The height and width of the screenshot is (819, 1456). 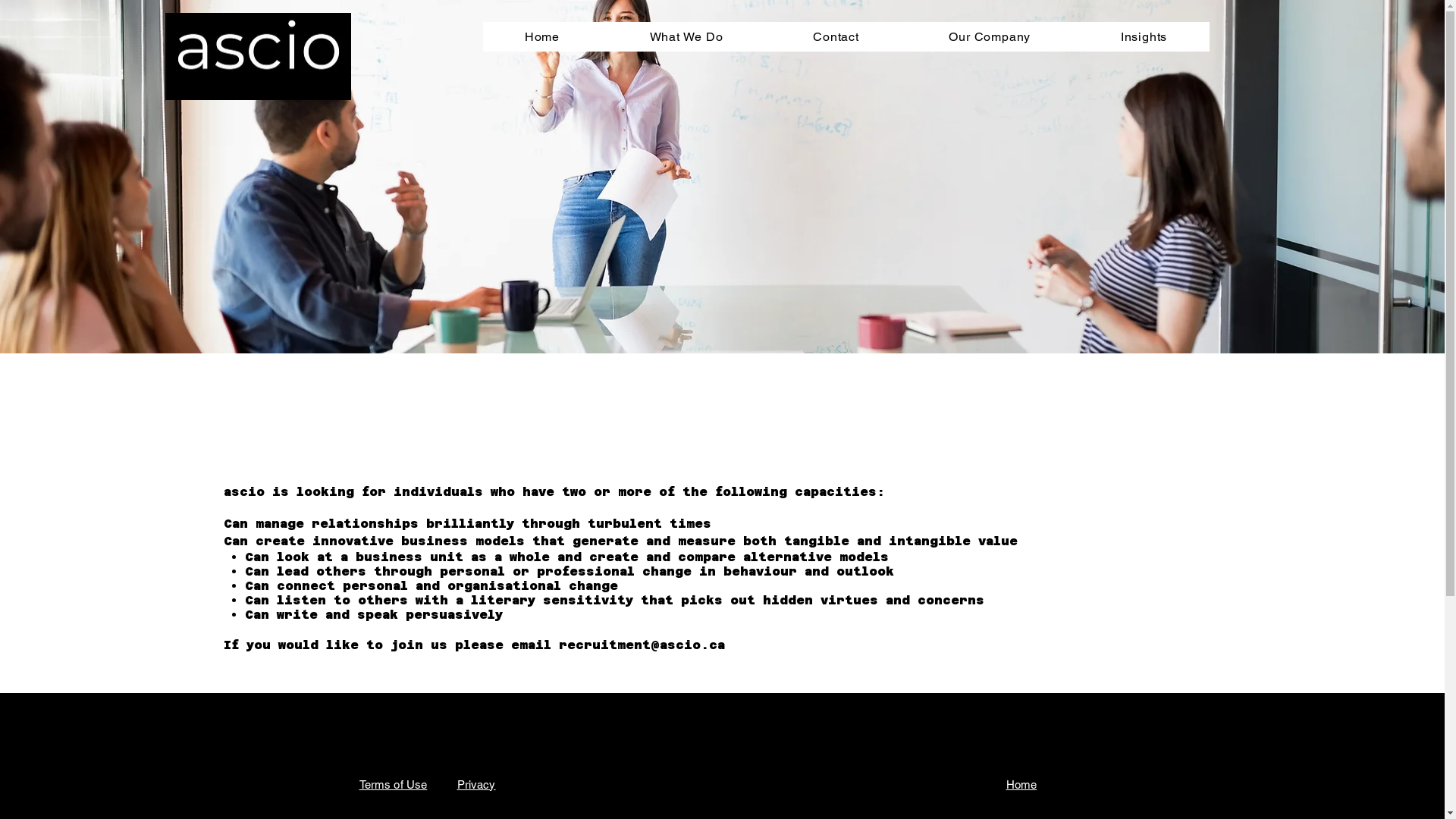 I want to click on 'Contact', so click(x=771, y=36).